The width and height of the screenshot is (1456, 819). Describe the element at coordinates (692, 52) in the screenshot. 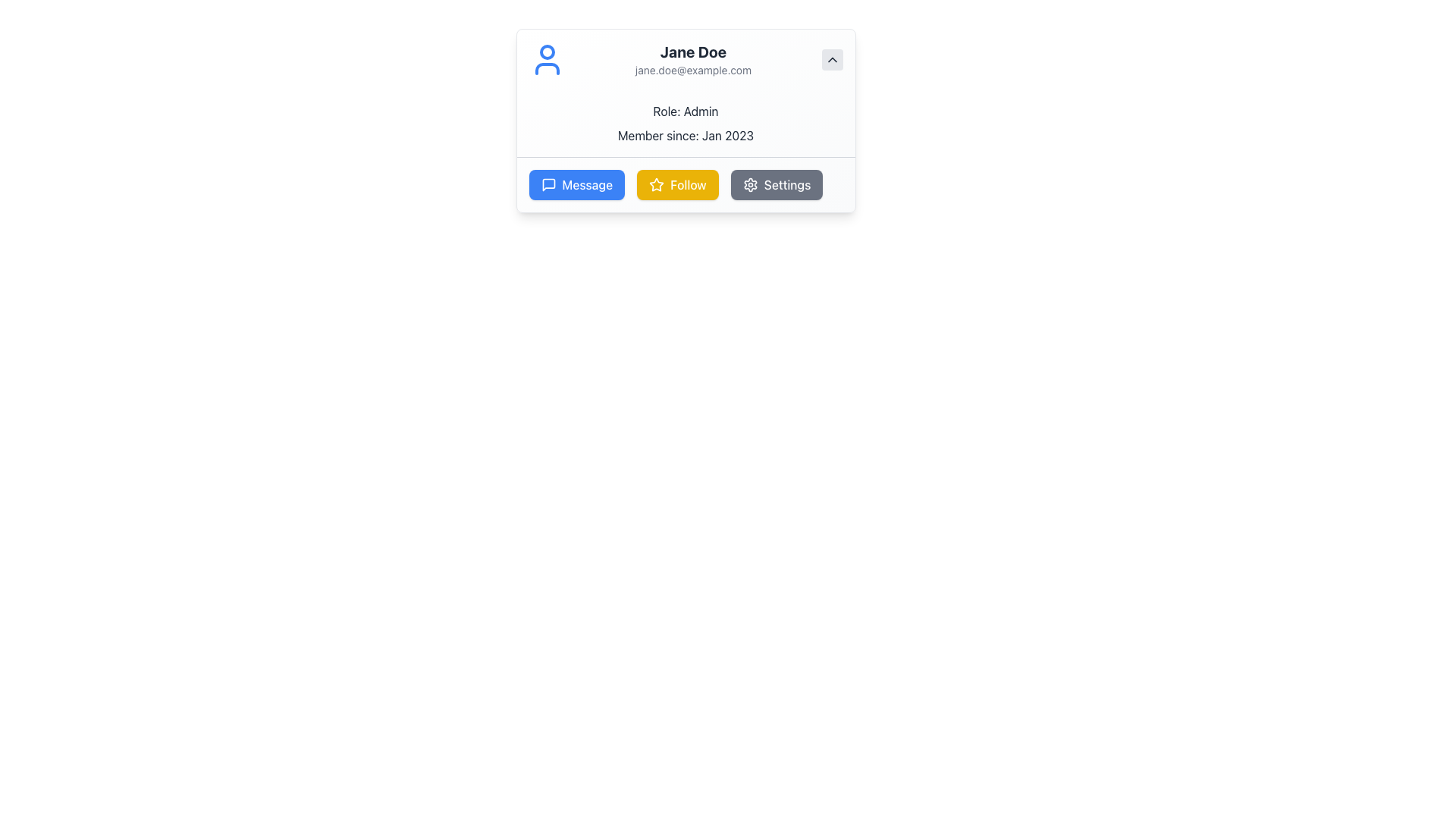

I see `the text label displaying 'Jane Doe' in bold and large font located at the top center of the card` at that location.